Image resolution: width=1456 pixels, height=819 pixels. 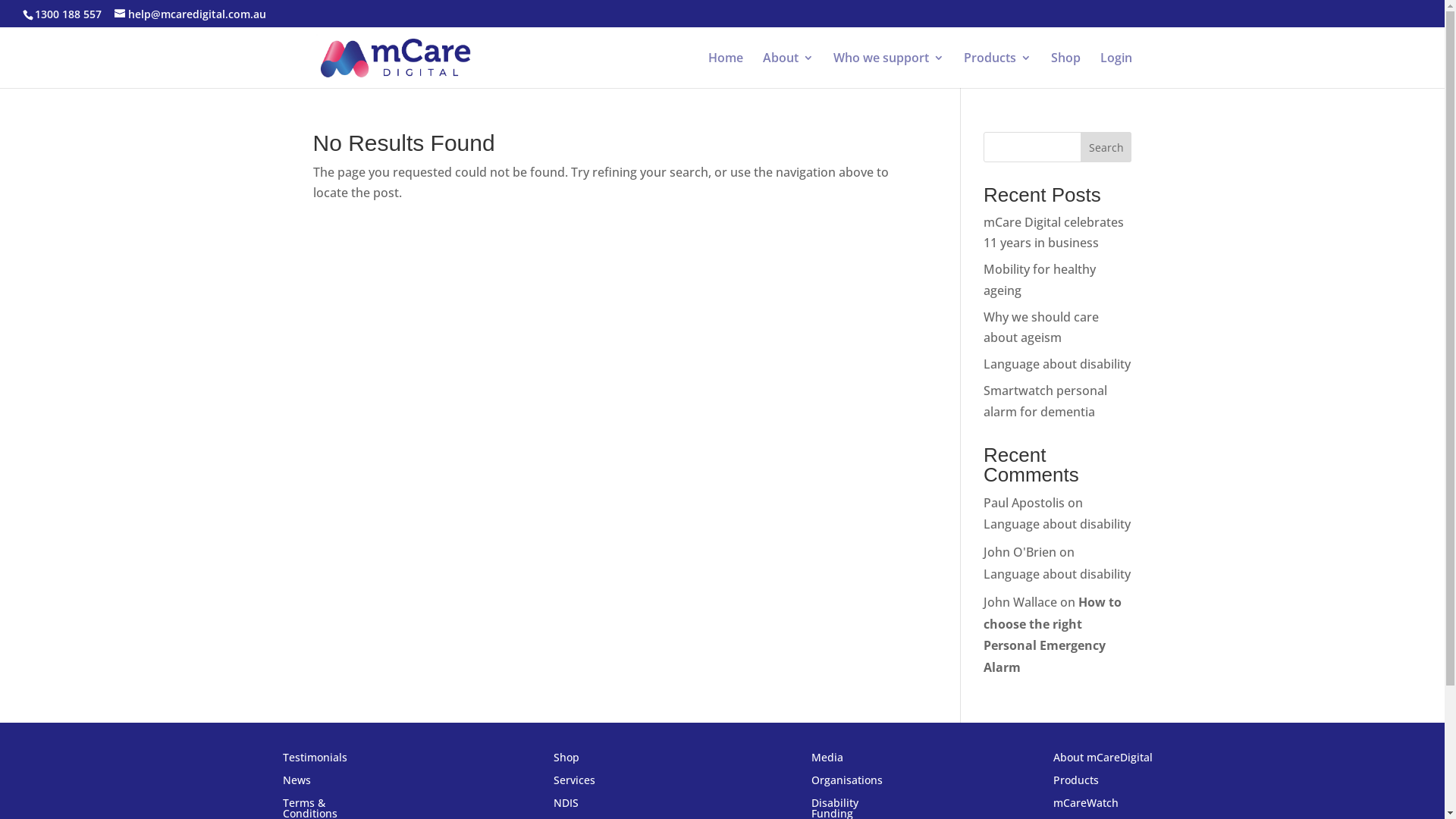 What do you see at coordinates (826, 760) in the screenshot?
I see `'Media'` at bounding box center [826, 760].